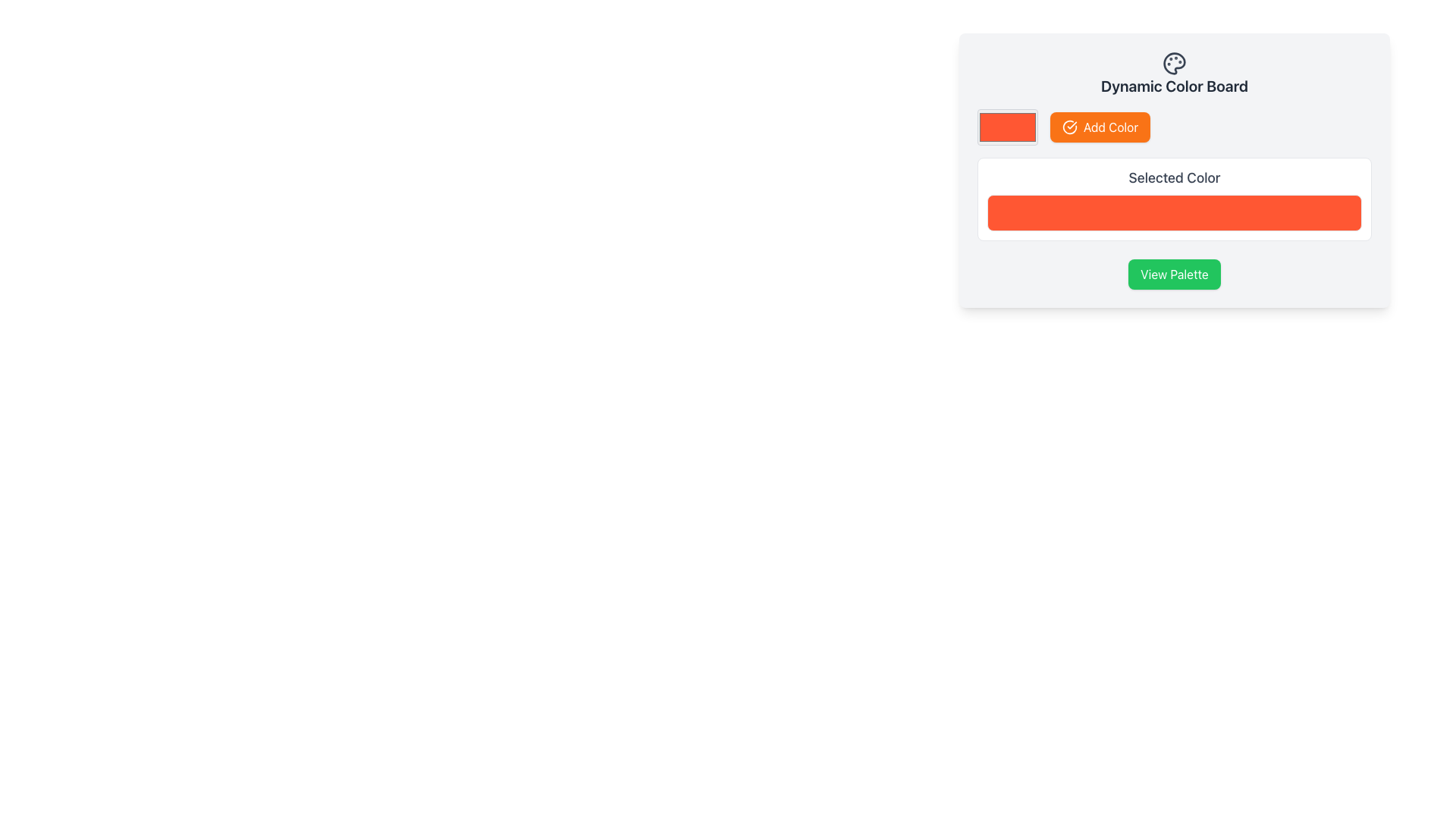 The height and width of the screenshot is (819, 1456). Describe the element at coordinates (1174, 74) in the screenshot. I see `the header element titled 'Dynamic Color Board' which features a palette icon above the bold text, distinguished by its light gray background` at that location.